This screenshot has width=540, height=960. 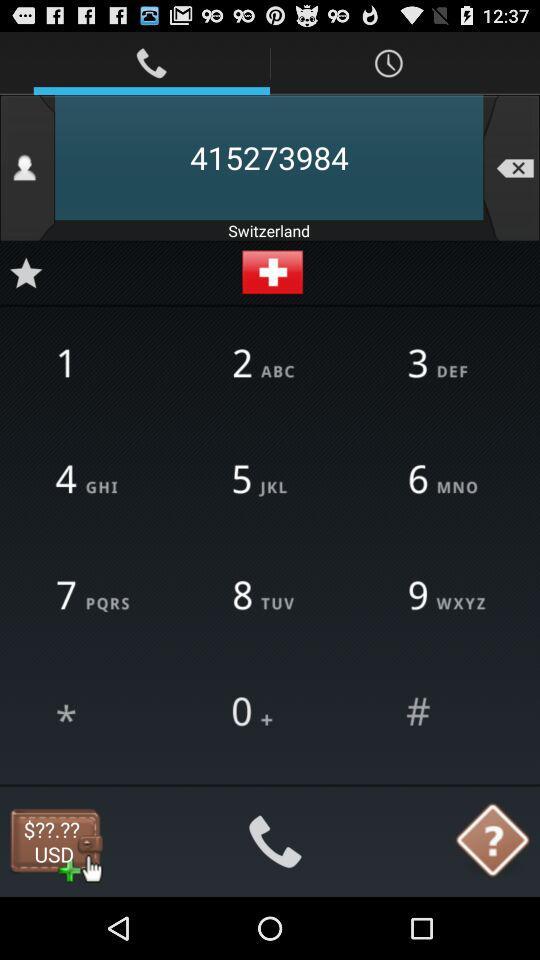 What do you see at coordinates (25, 271) in the screenshot?
I see `number` at bounding box center [25, 271].